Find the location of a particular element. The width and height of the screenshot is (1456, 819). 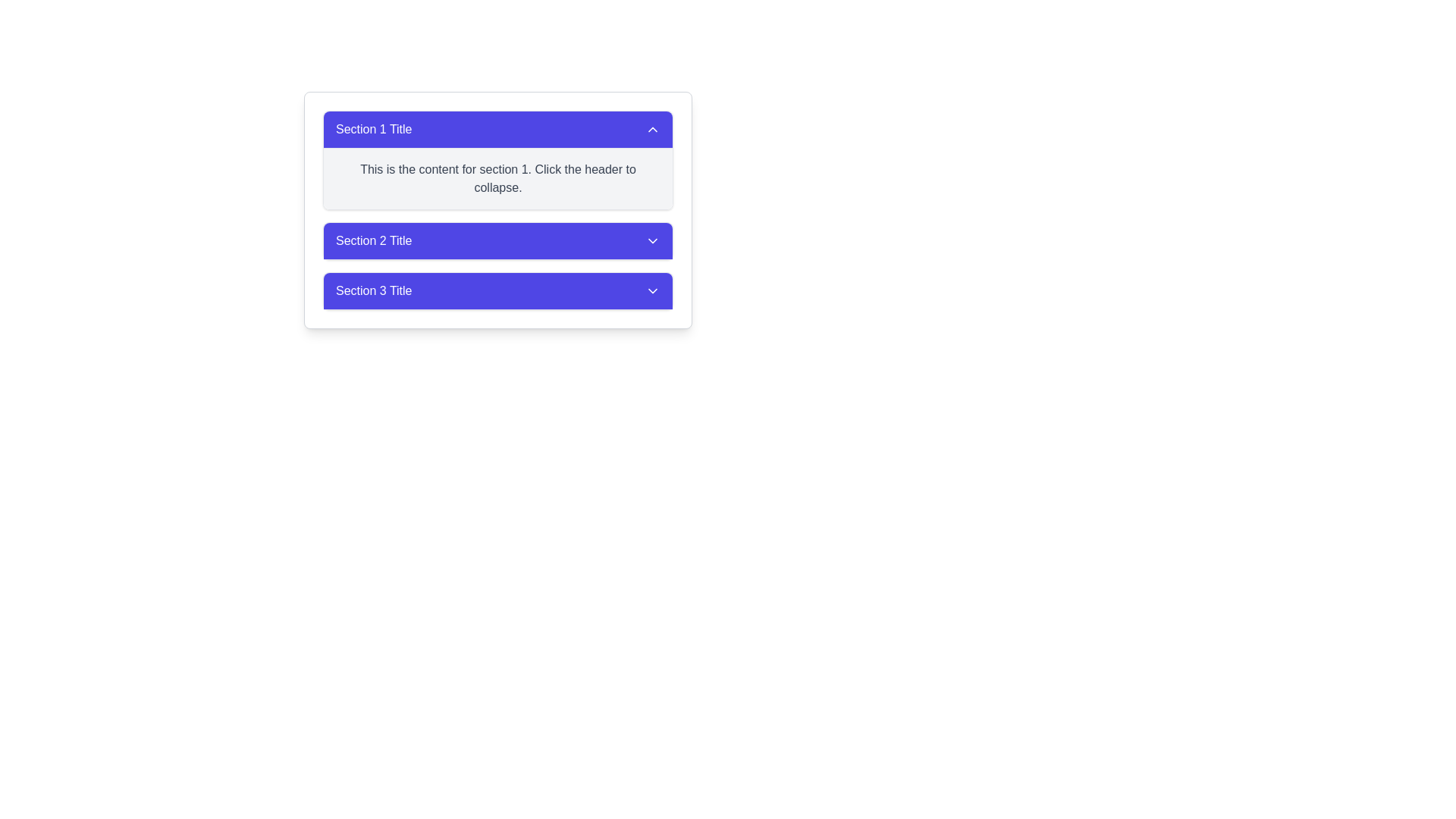

text label displaying 'Section 1 Title', which is styled within a blue header bar and is left-aligned is located at coordinates (374, 128).